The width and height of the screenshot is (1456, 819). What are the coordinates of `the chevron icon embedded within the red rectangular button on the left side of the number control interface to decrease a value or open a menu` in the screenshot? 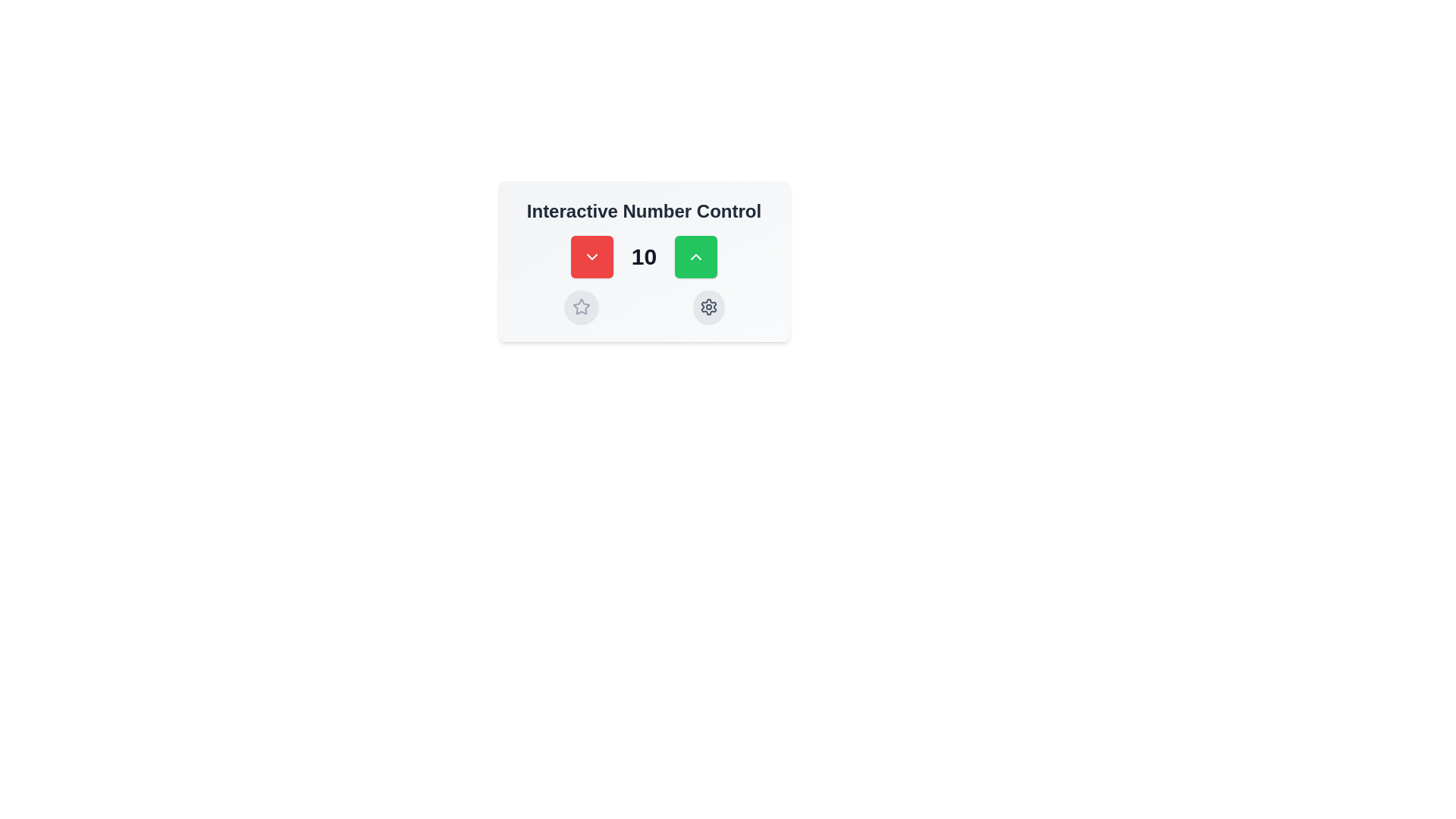 It's located at (591, 256).